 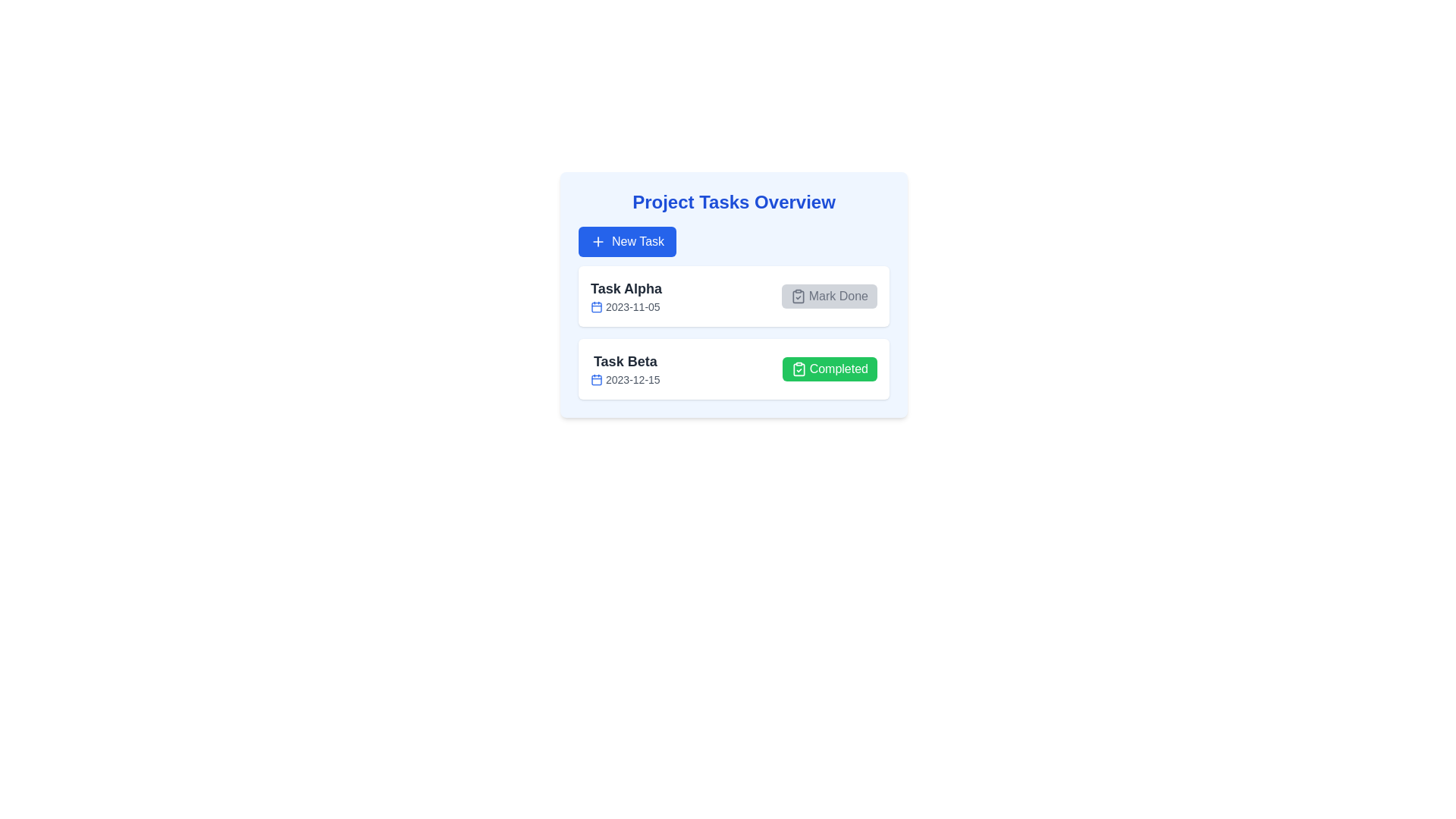 I want to click on the completion status icon within the green 'Completed' button located at the bottom-right corner of the 'Task Beta' entry in the task list, so click(x=798, y=369).